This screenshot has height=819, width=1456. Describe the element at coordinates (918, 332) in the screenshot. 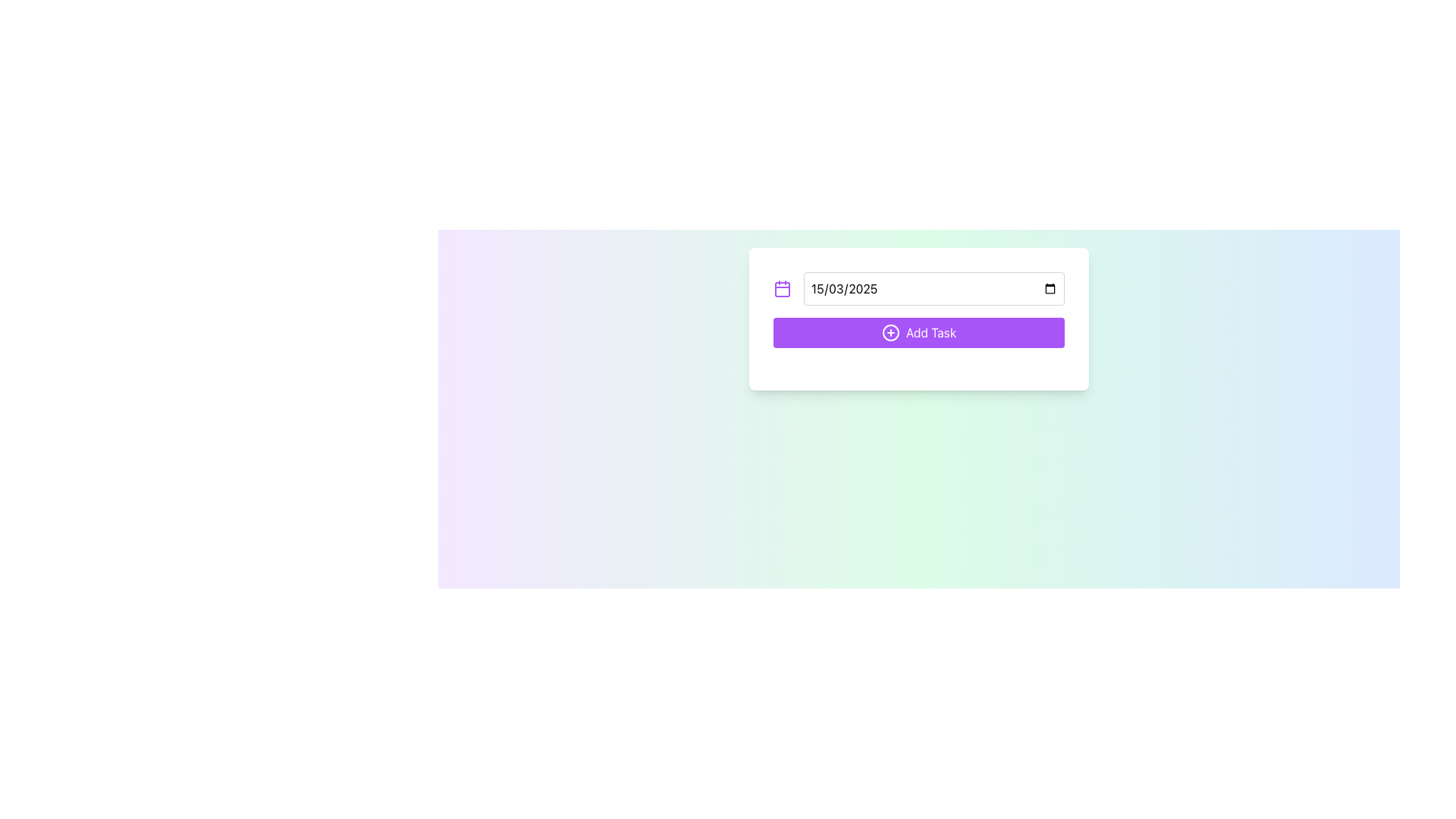

I see `the 'Add Task' button with a vivid purple background and rounded corners, which displays the text 'Add Task' in white and a white plus icon on the left side` at that location.